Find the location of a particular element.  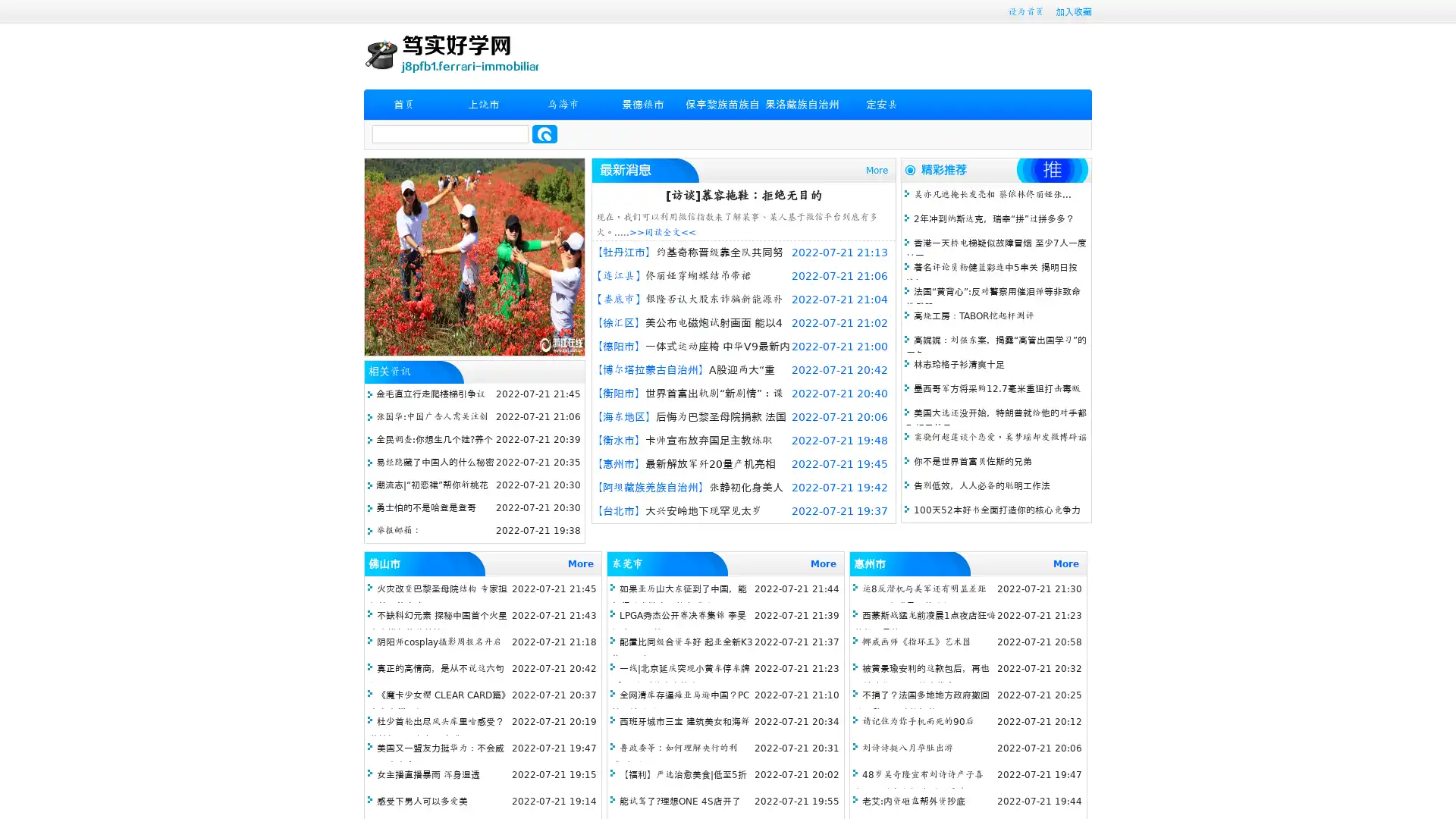

Search is located at coordinates (544, 133).